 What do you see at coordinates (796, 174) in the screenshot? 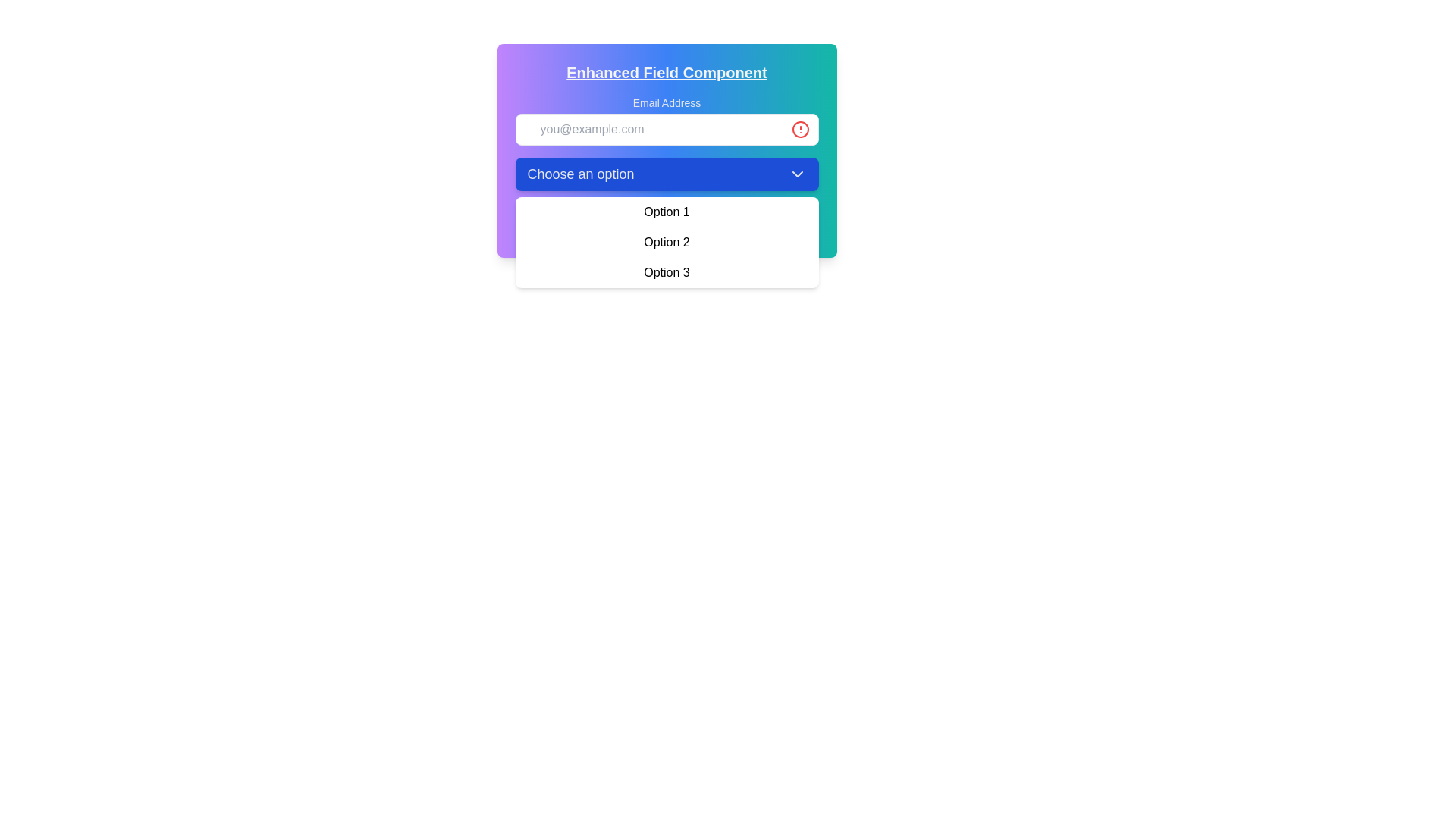
I see `the chevron icon located at the rightmost part of the blue button labeled 'Choose an option'` at bounding box center [796, 174].